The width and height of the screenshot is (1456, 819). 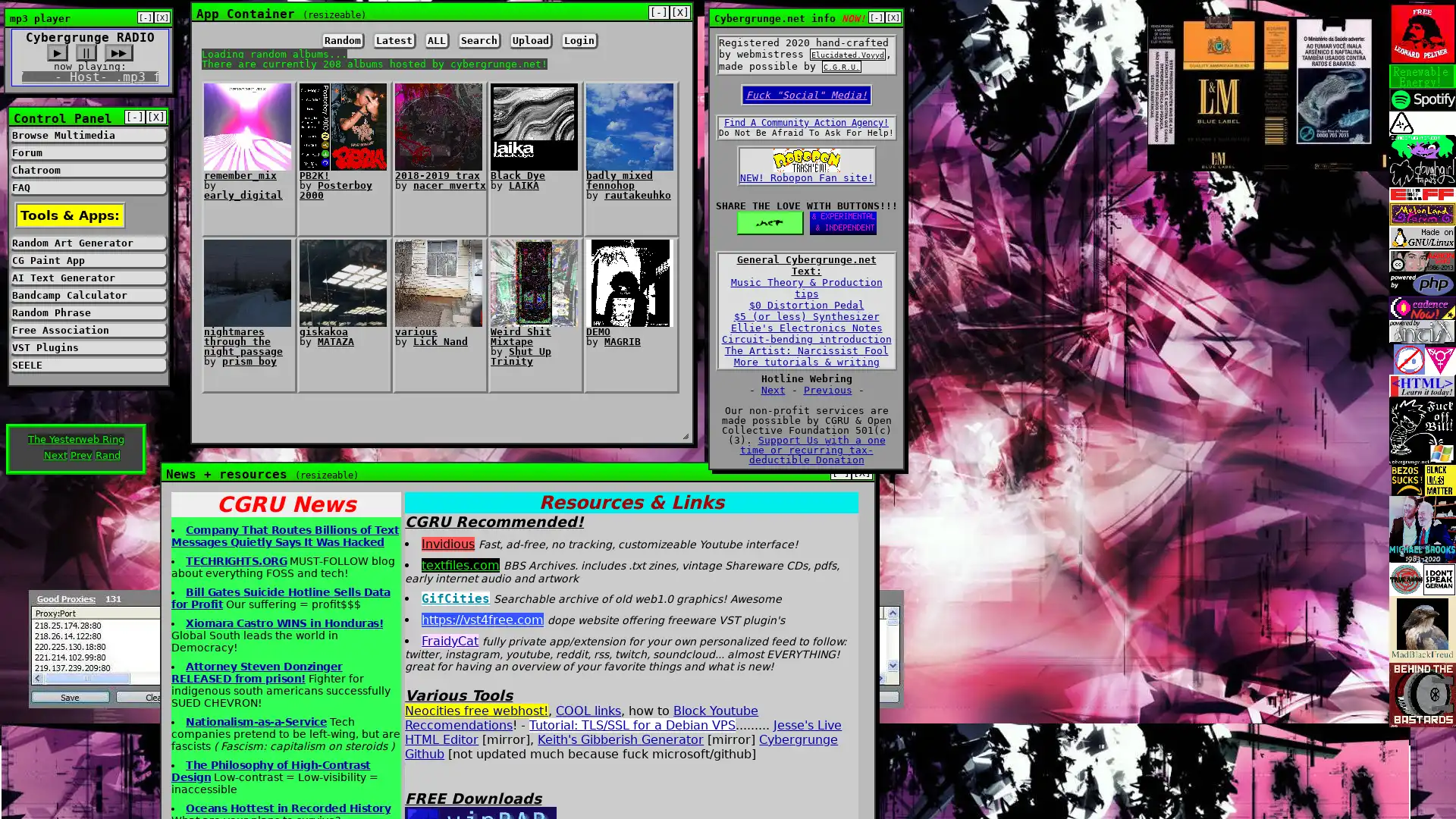 What do you see at coordinates (146, 17) in the screenshot?
I see `[-]` at bounding box center [146, 17].